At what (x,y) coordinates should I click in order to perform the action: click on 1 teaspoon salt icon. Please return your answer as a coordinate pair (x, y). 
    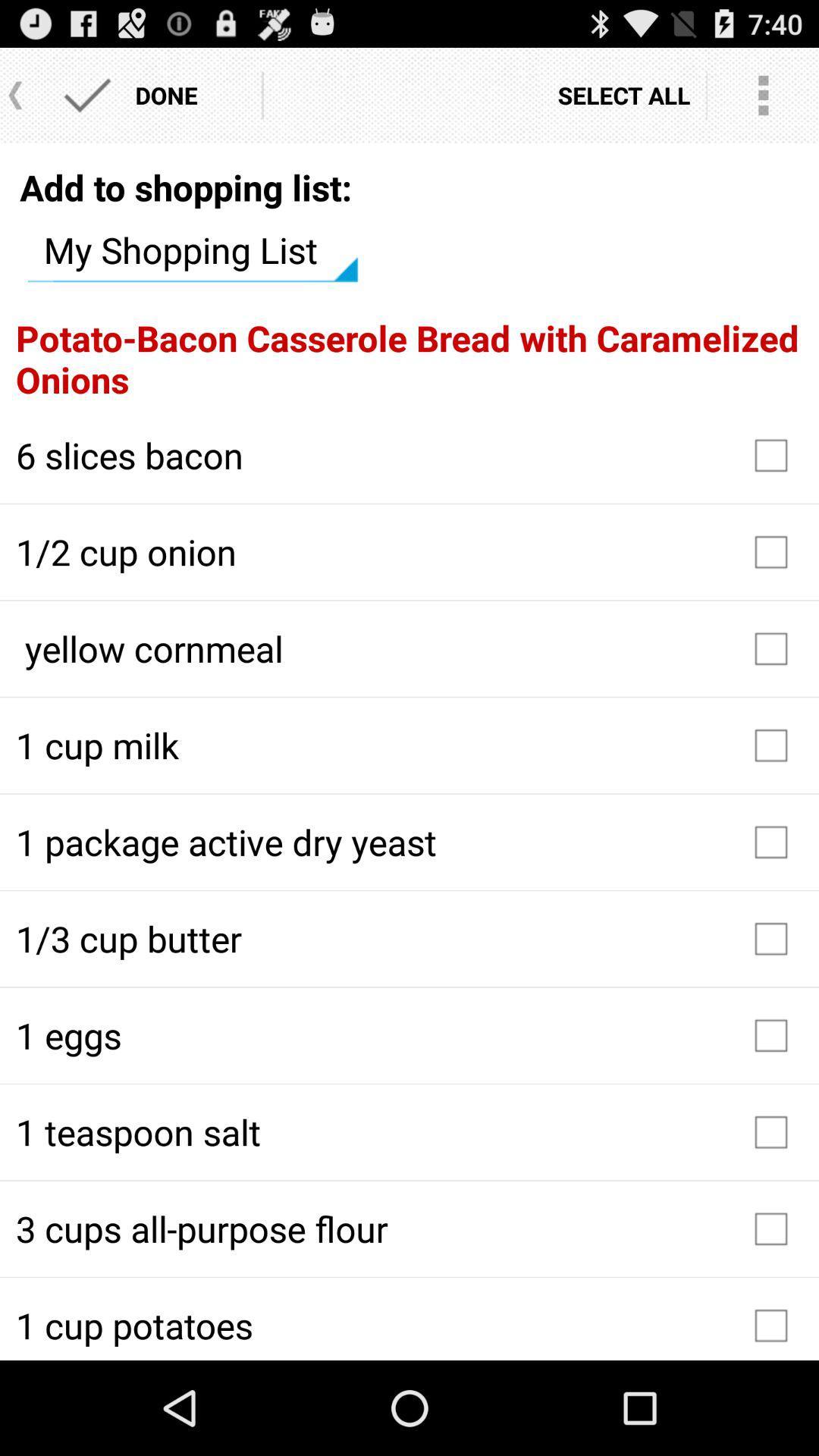
    Looking at the image, I should click on (409, 1132).